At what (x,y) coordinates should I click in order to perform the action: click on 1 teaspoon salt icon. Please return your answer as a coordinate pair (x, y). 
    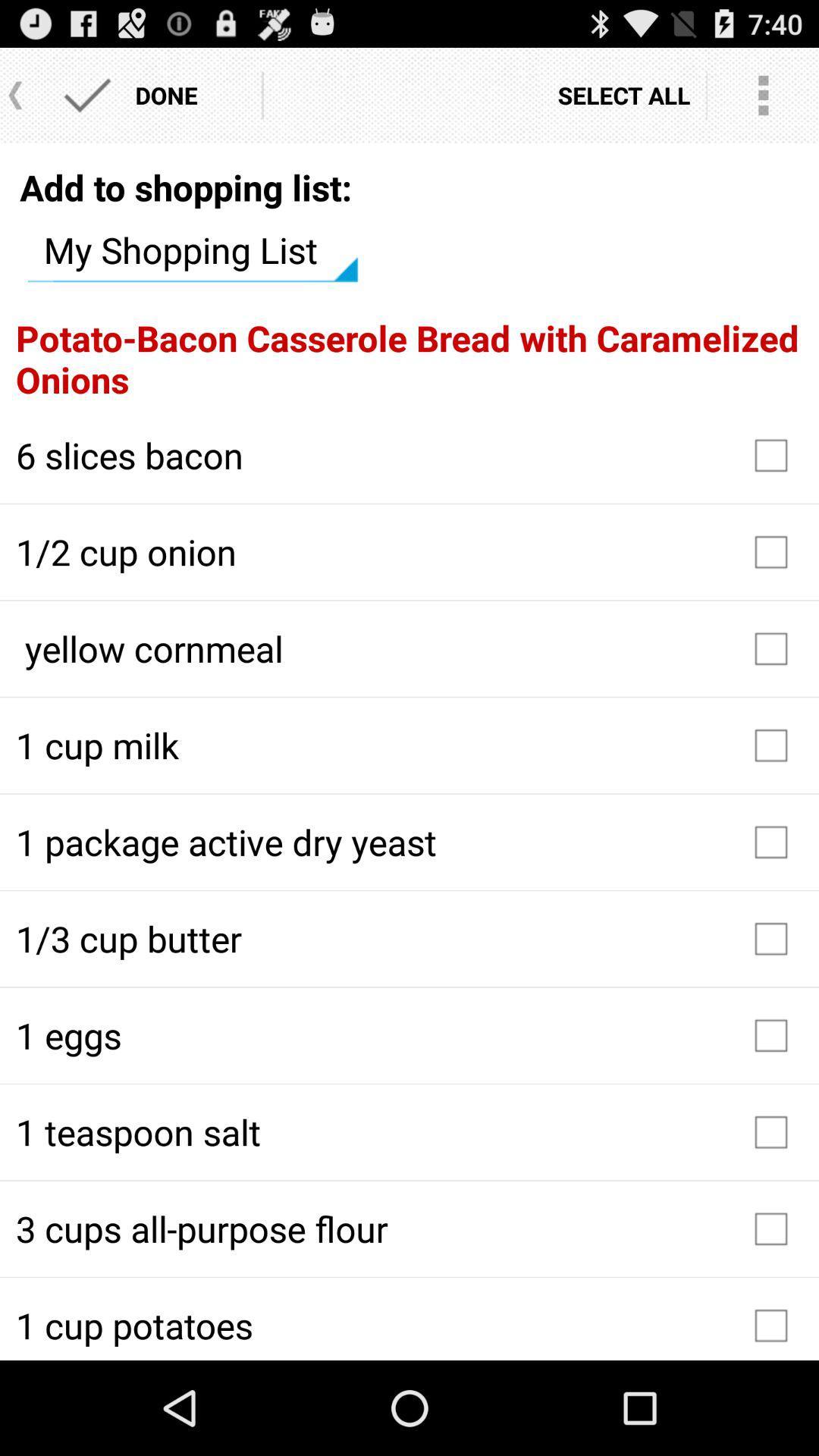
    Looking at the image, I should click on (409, 1132).